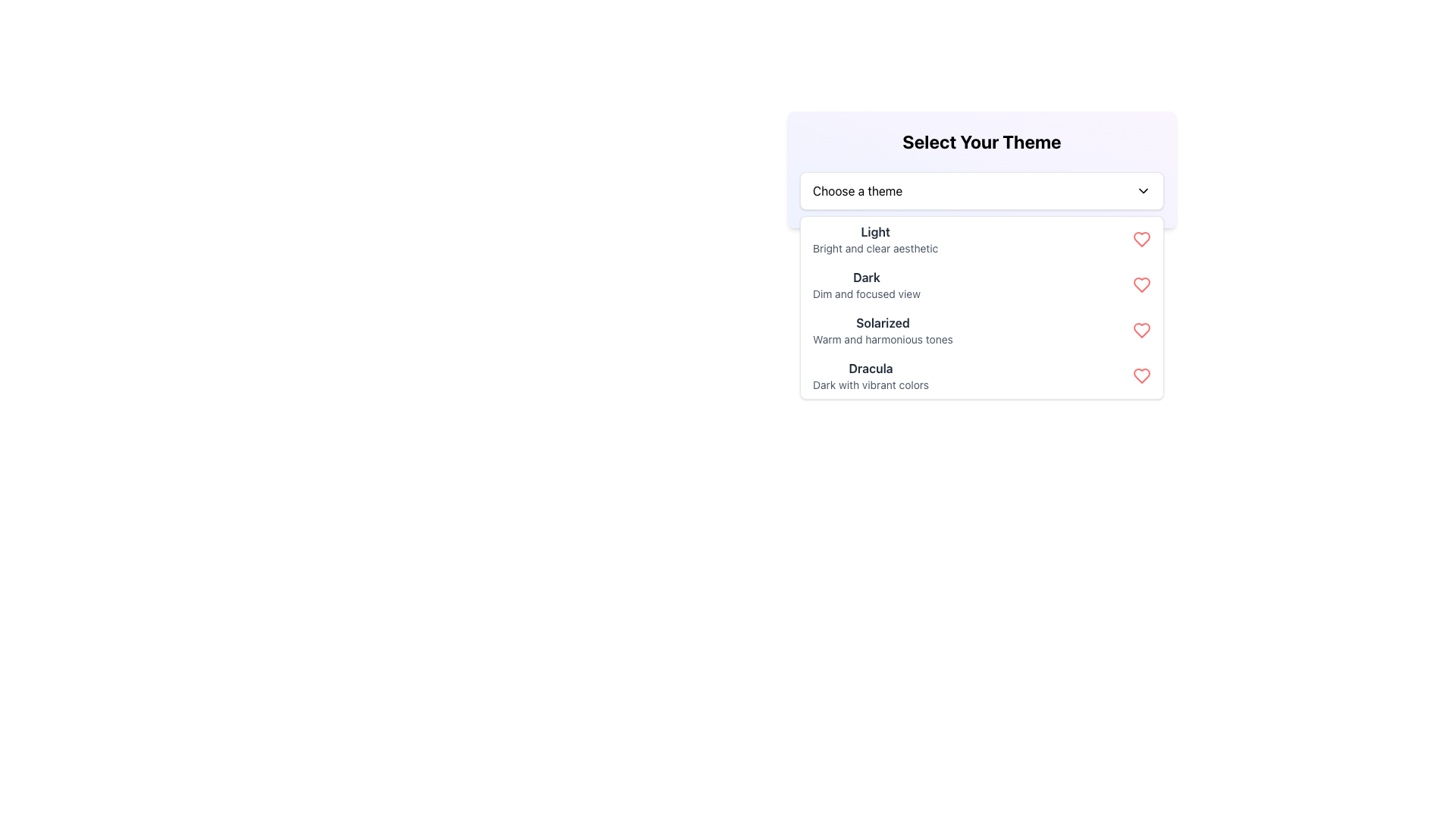  I want to click on the text label displaying 'Solarized' in the dropdown menu titled 'Select Your Theme', which is styled in bold and dark gray color, so click(883, 322).